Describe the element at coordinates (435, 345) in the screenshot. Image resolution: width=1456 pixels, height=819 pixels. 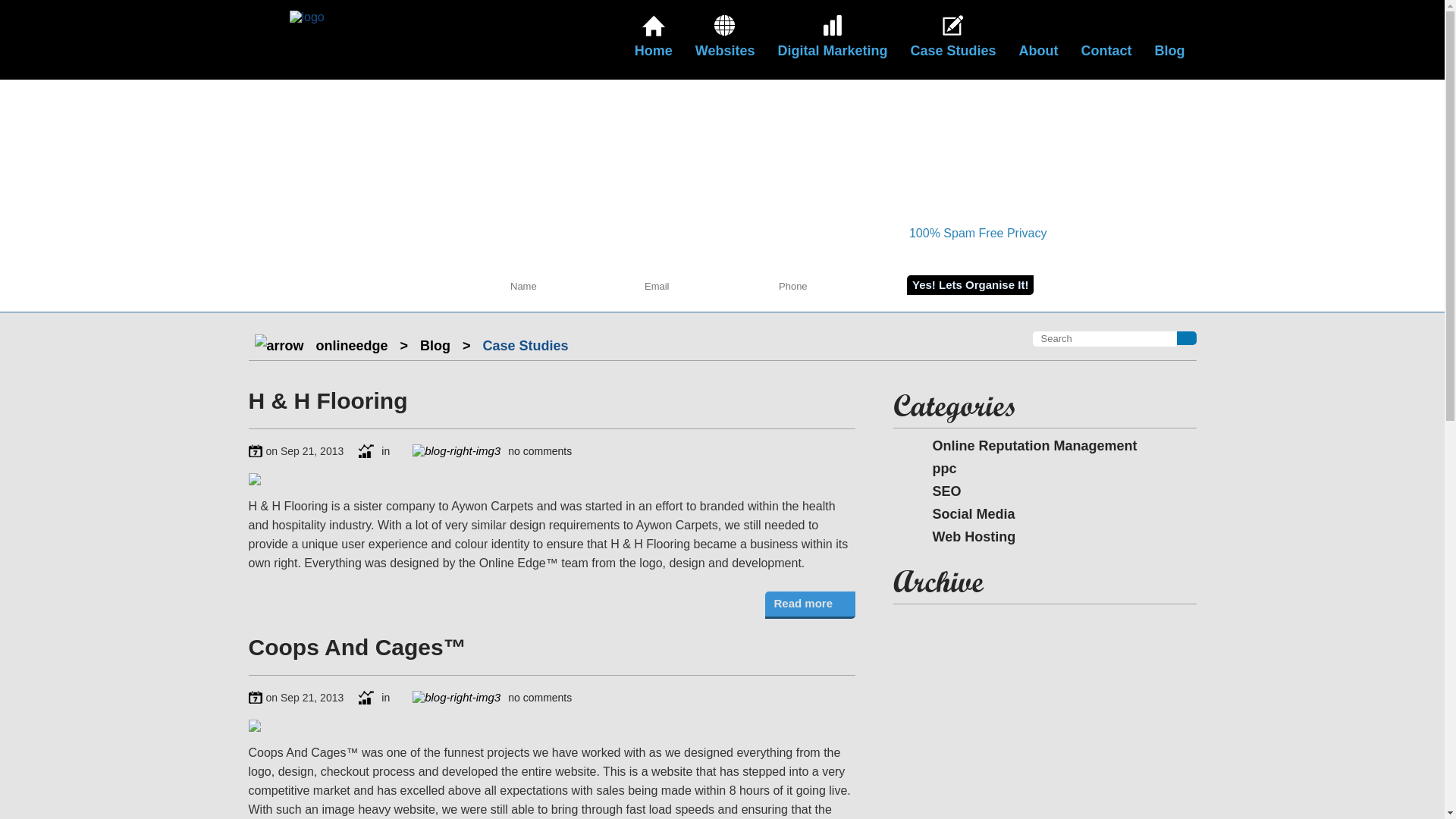
I see `'Blog'` at that location.